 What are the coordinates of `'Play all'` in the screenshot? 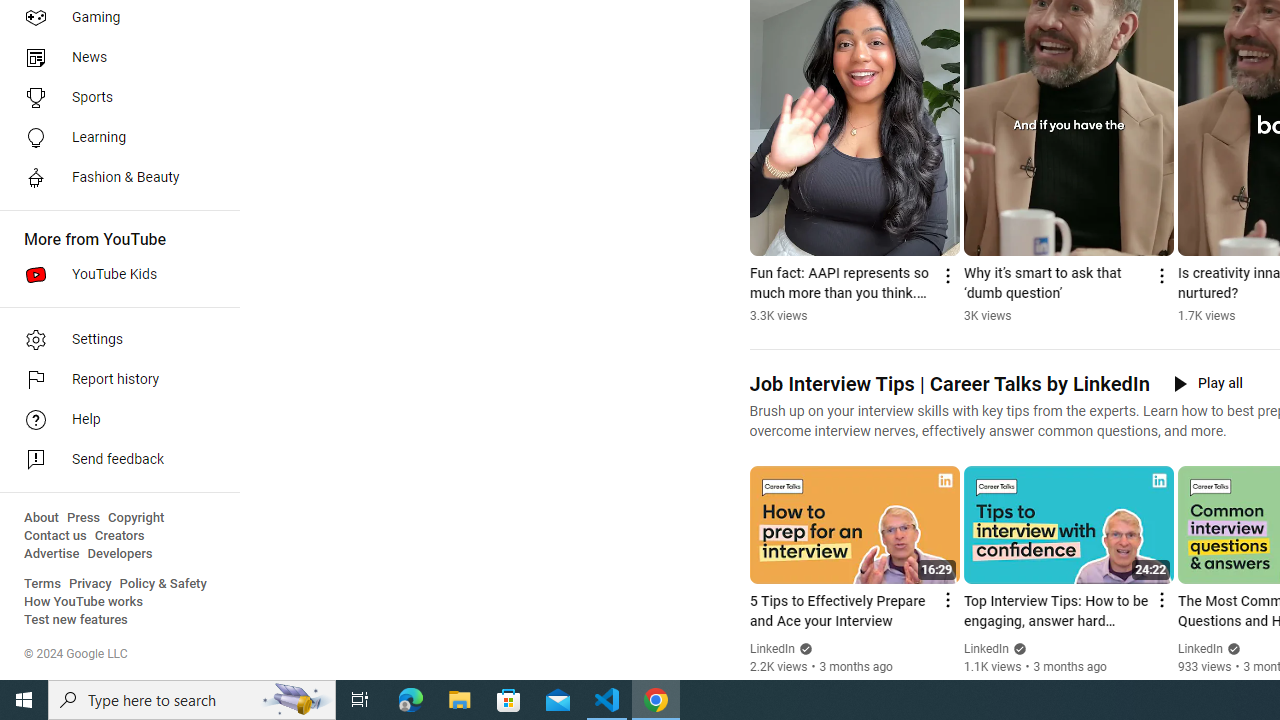 It's located at (1207, 384).